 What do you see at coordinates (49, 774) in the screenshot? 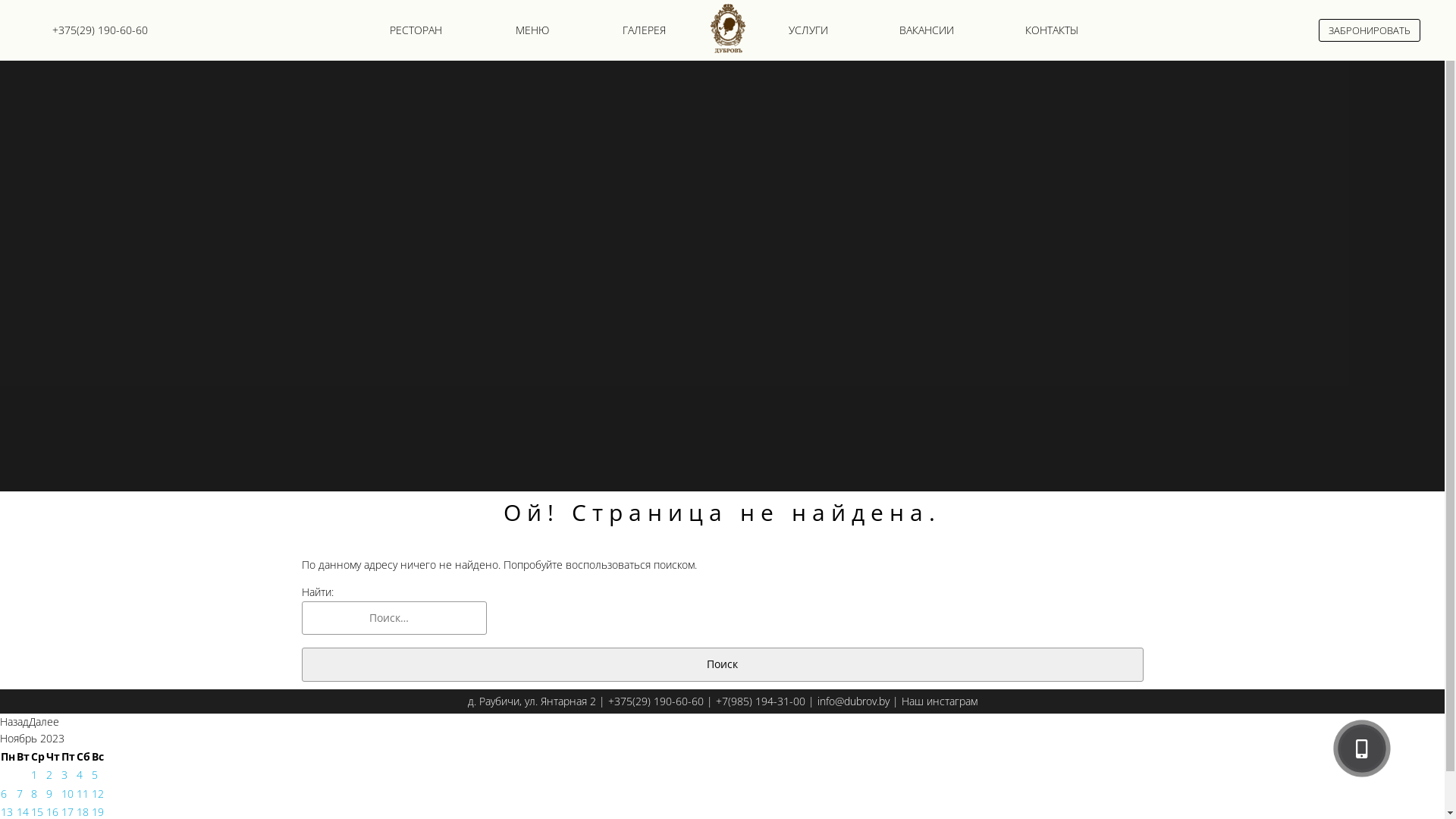
I see `'2'` at bounding box center [49, 774].